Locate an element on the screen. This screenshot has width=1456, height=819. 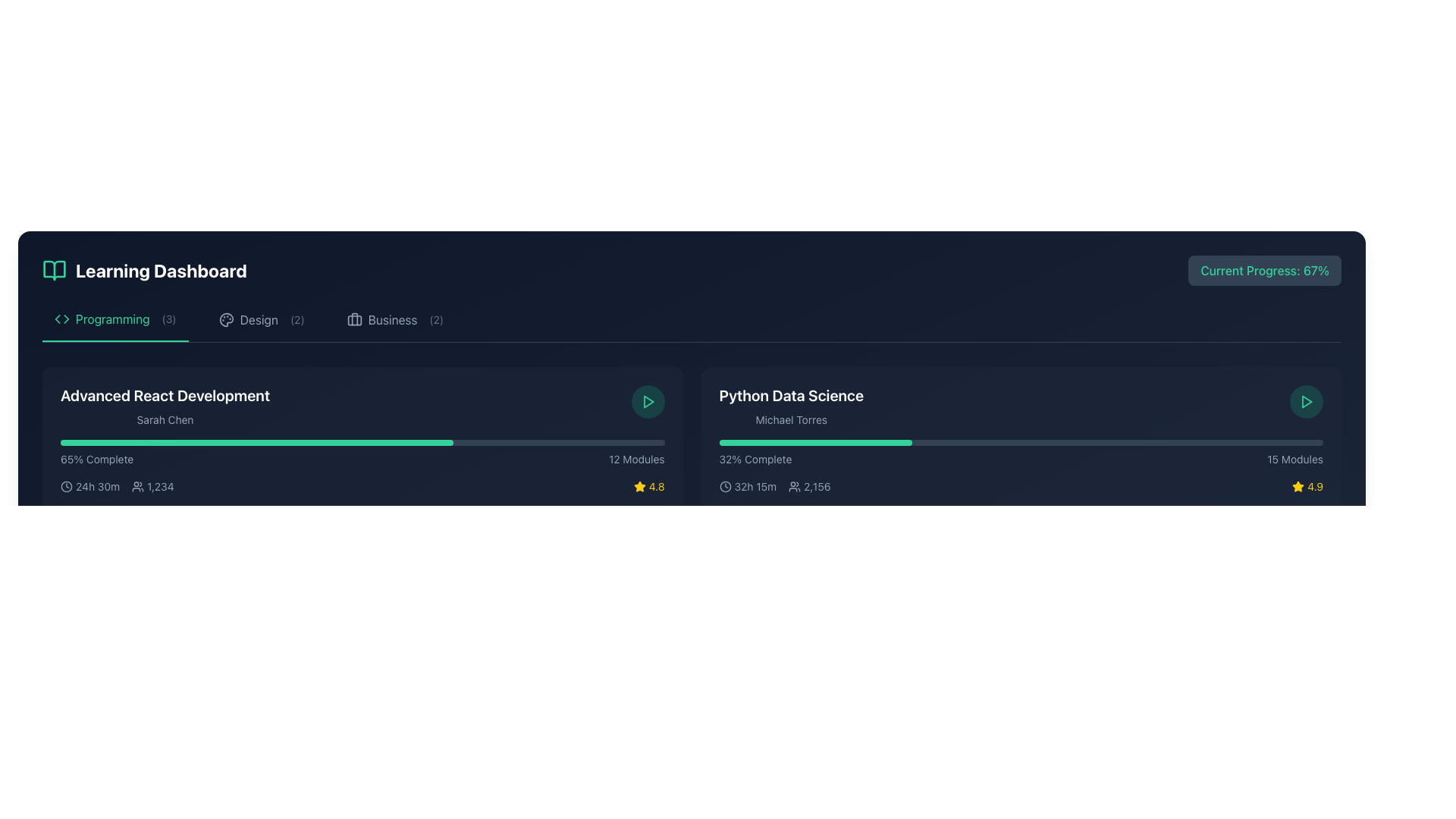
the 'Design' button with a painter's palette icon is located at coordinates (262, 325).